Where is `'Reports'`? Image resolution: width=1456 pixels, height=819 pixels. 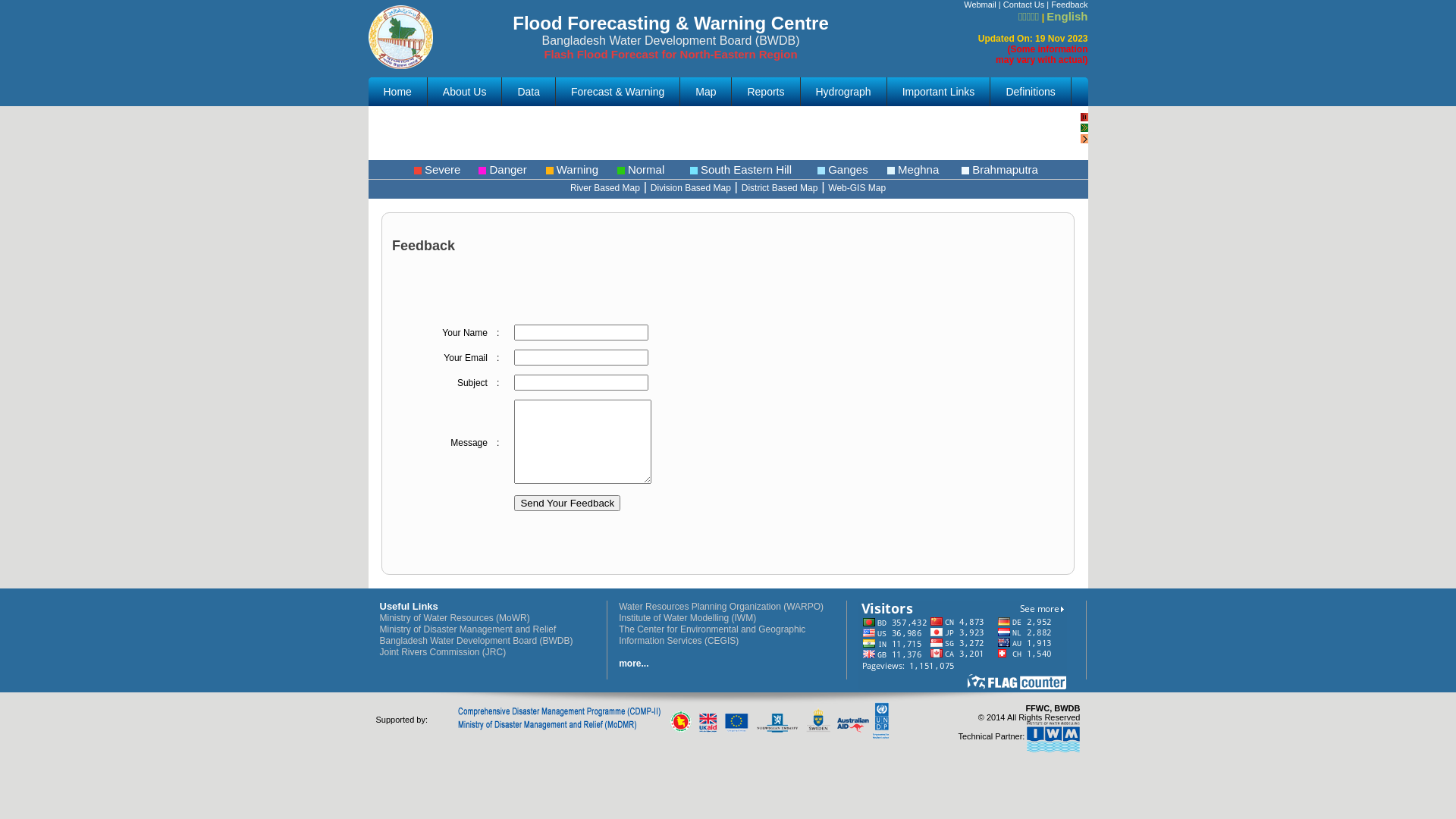
'Reports' is located at coordinates (765, 91).